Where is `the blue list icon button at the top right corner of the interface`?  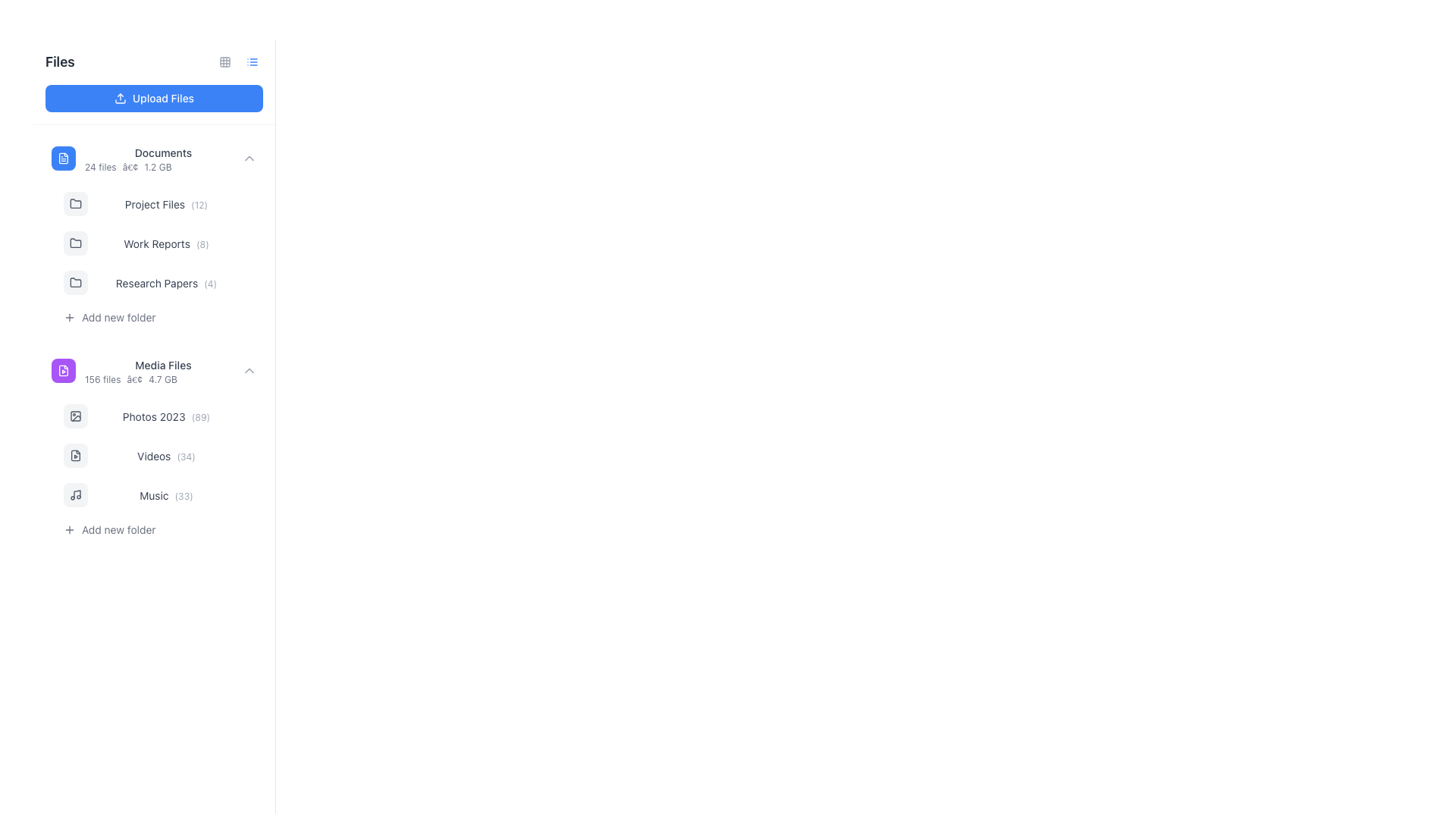
the blue list icon button at the top right corner of the interface is located at coordinates (252, 61).